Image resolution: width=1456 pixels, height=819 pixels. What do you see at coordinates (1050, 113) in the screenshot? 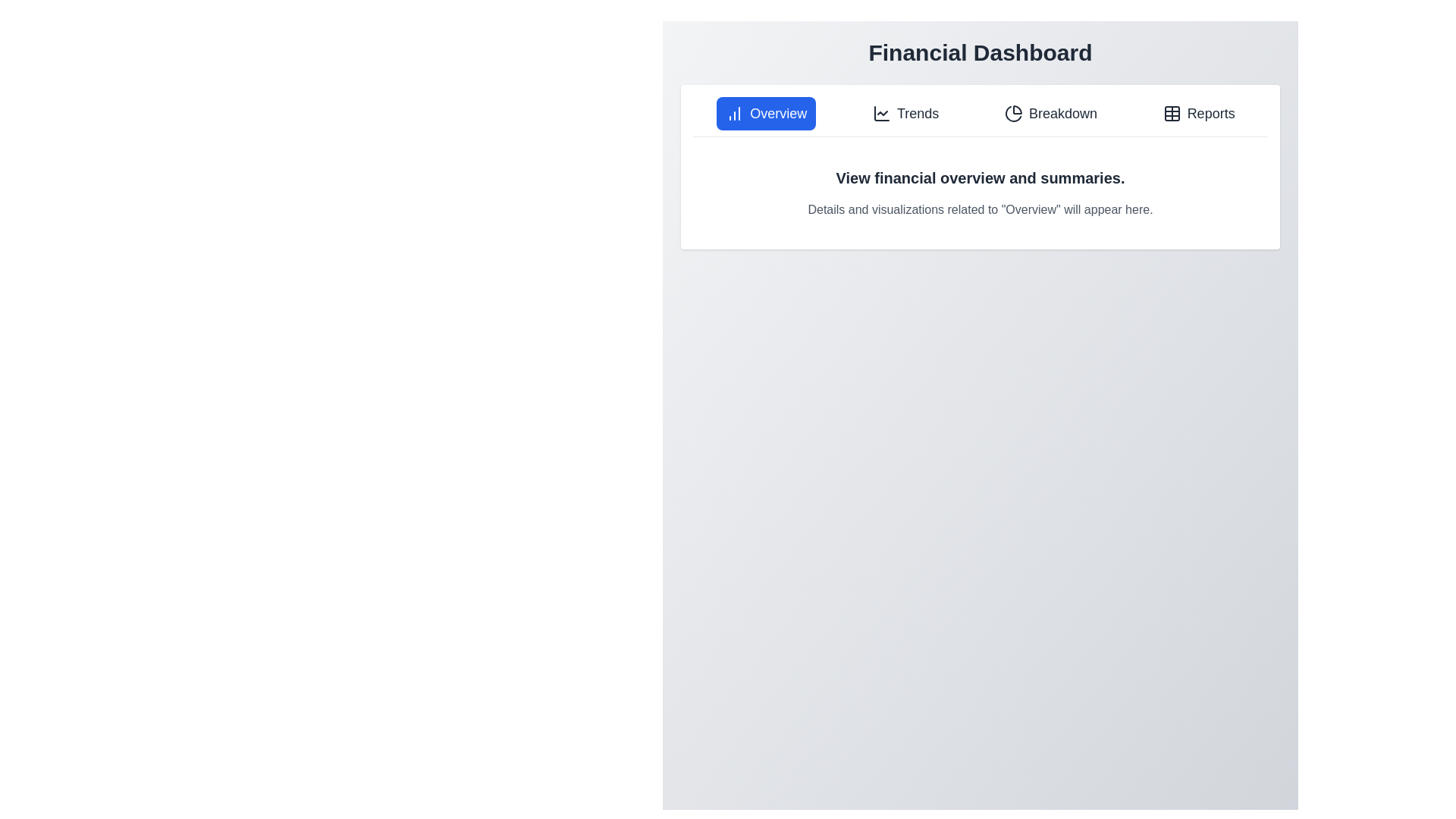
I see `the Breakdown tab to view its content` at bounding box center [1050, 113].